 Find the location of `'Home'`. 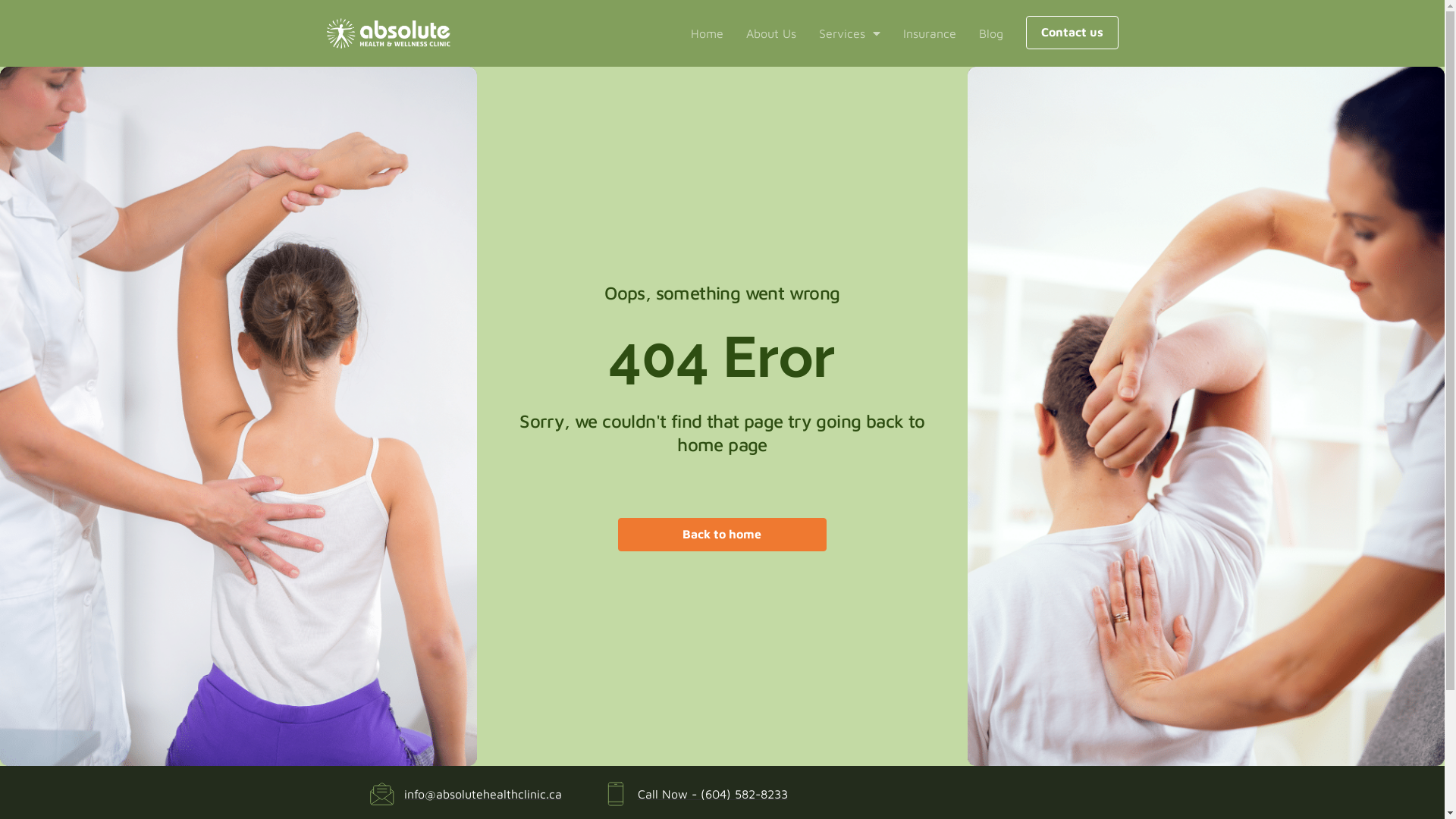

'Home' is located at coordinates (705, 33).